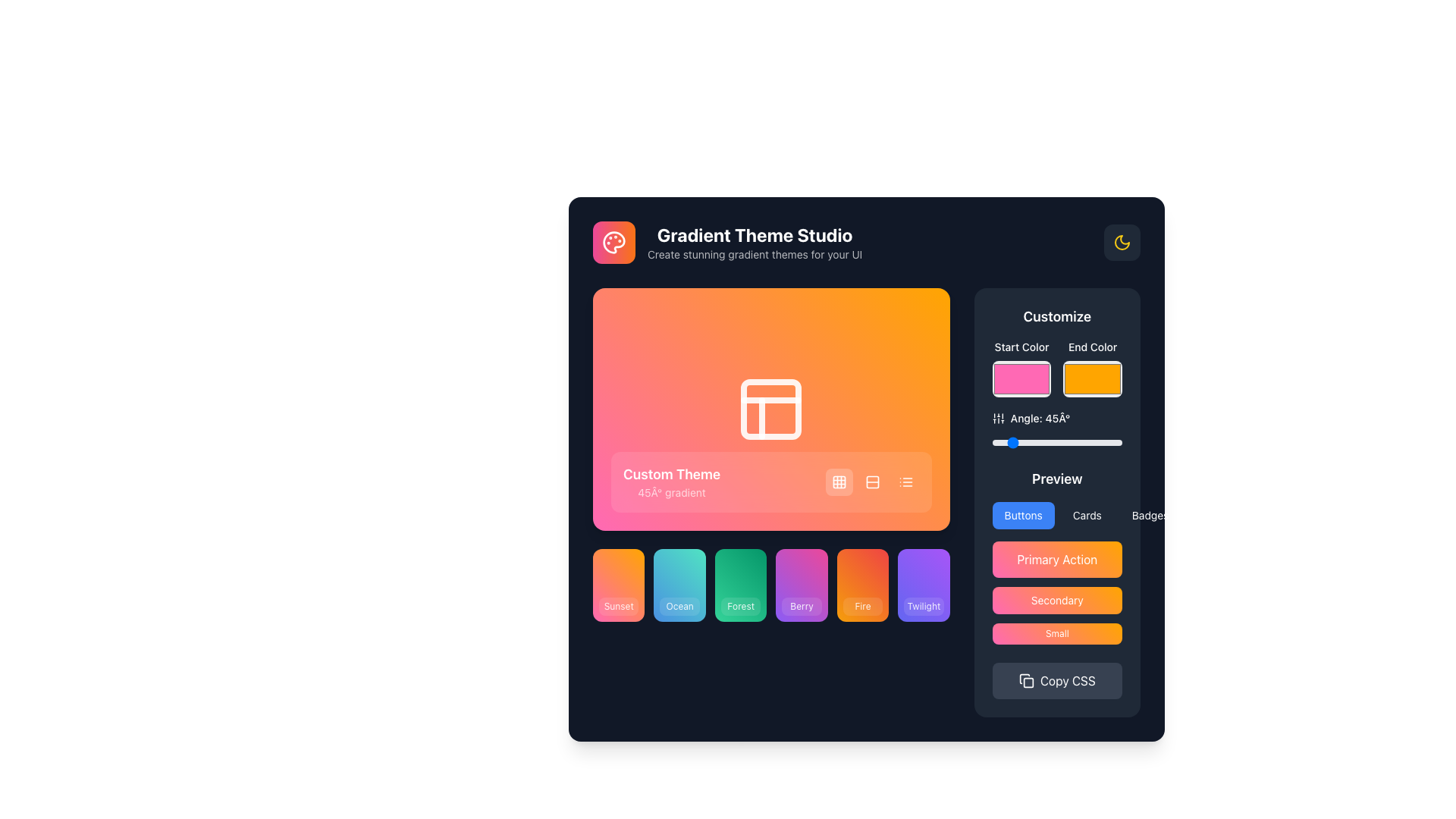 The image size is (1456, 819). I want to click on the primary action button located in the 'Preview' section of the right panel, so click(1056, 559).